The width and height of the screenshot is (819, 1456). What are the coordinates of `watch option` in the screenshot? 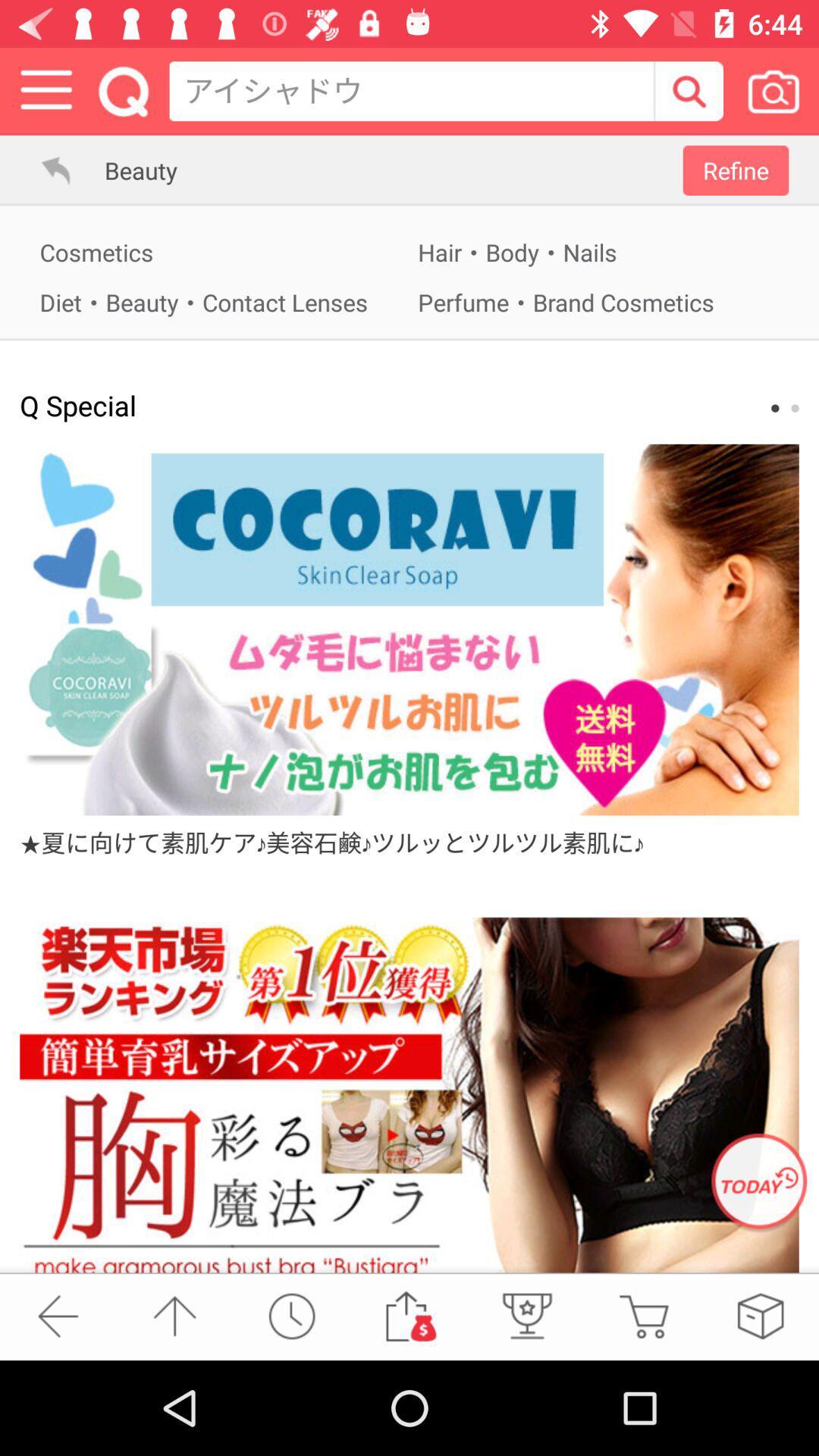 It's located at (291, 1315).